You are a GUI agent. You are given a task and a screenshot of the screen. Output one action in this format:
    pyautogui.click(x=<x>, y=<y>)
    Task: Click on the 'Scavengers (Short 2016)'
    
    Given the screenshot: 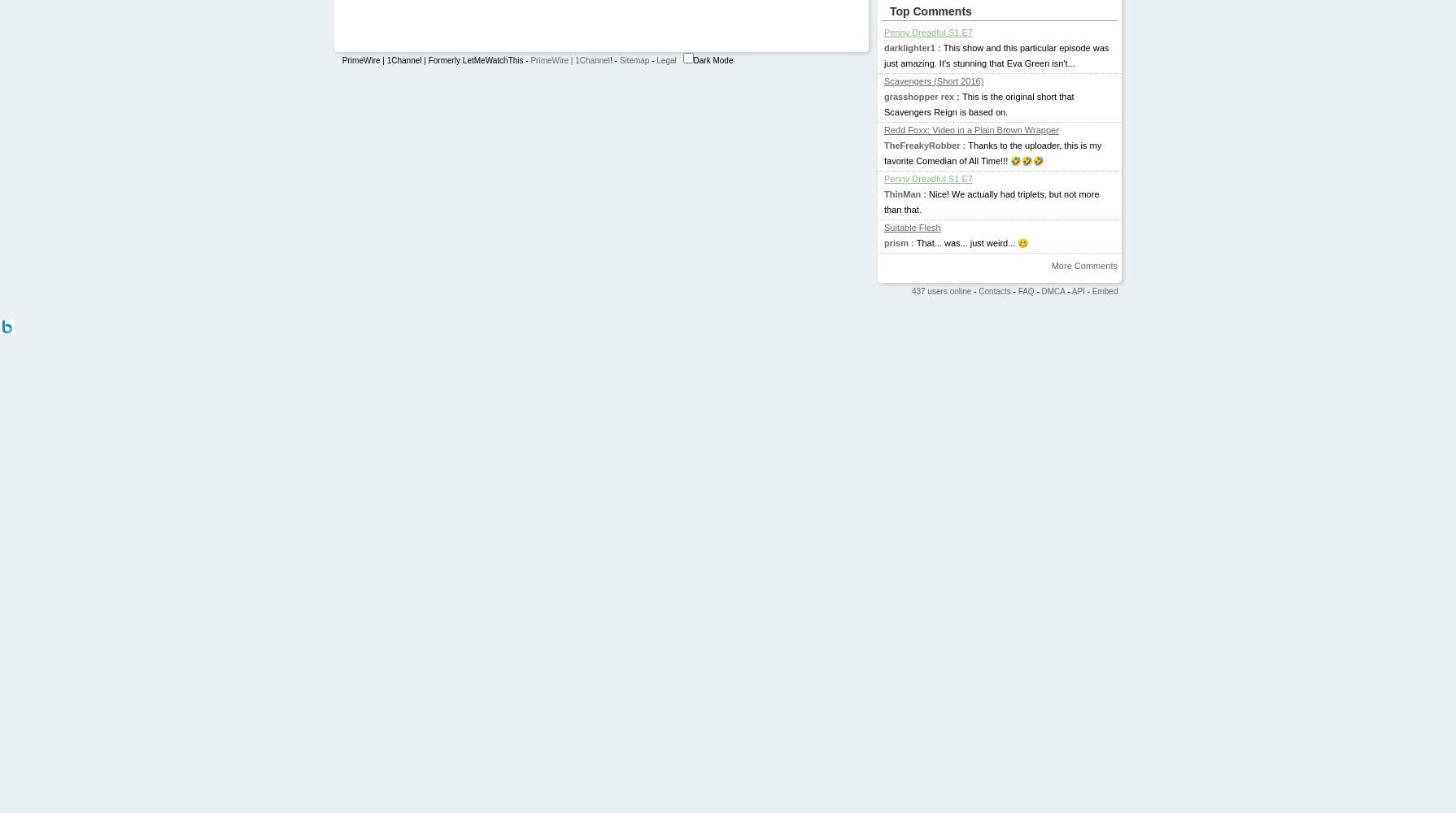 What is the action you would take?
    pyautogui.click(x=933, y=80)
    